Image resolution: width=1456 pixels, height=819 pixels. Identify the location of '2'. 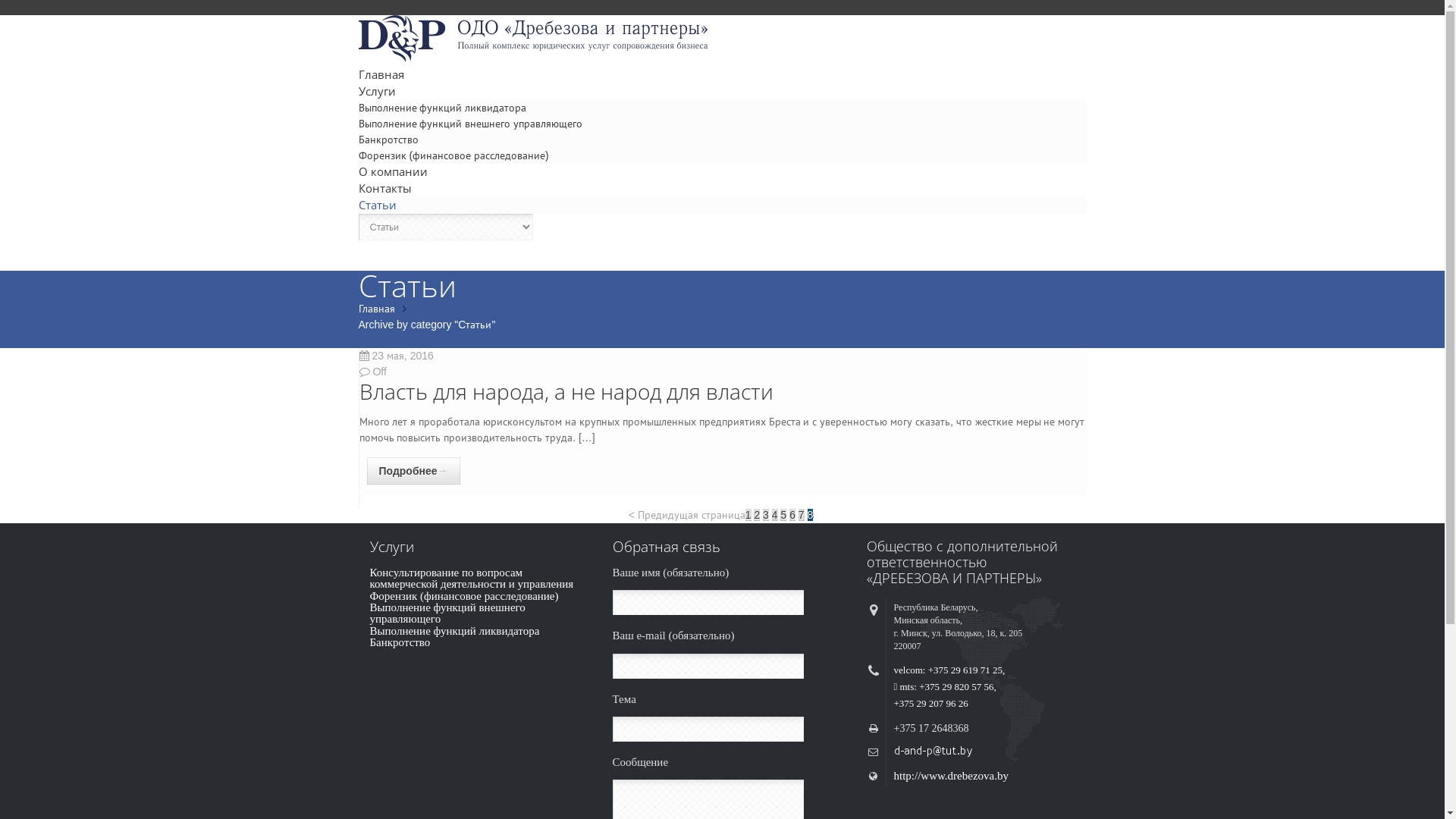
(757, 513).